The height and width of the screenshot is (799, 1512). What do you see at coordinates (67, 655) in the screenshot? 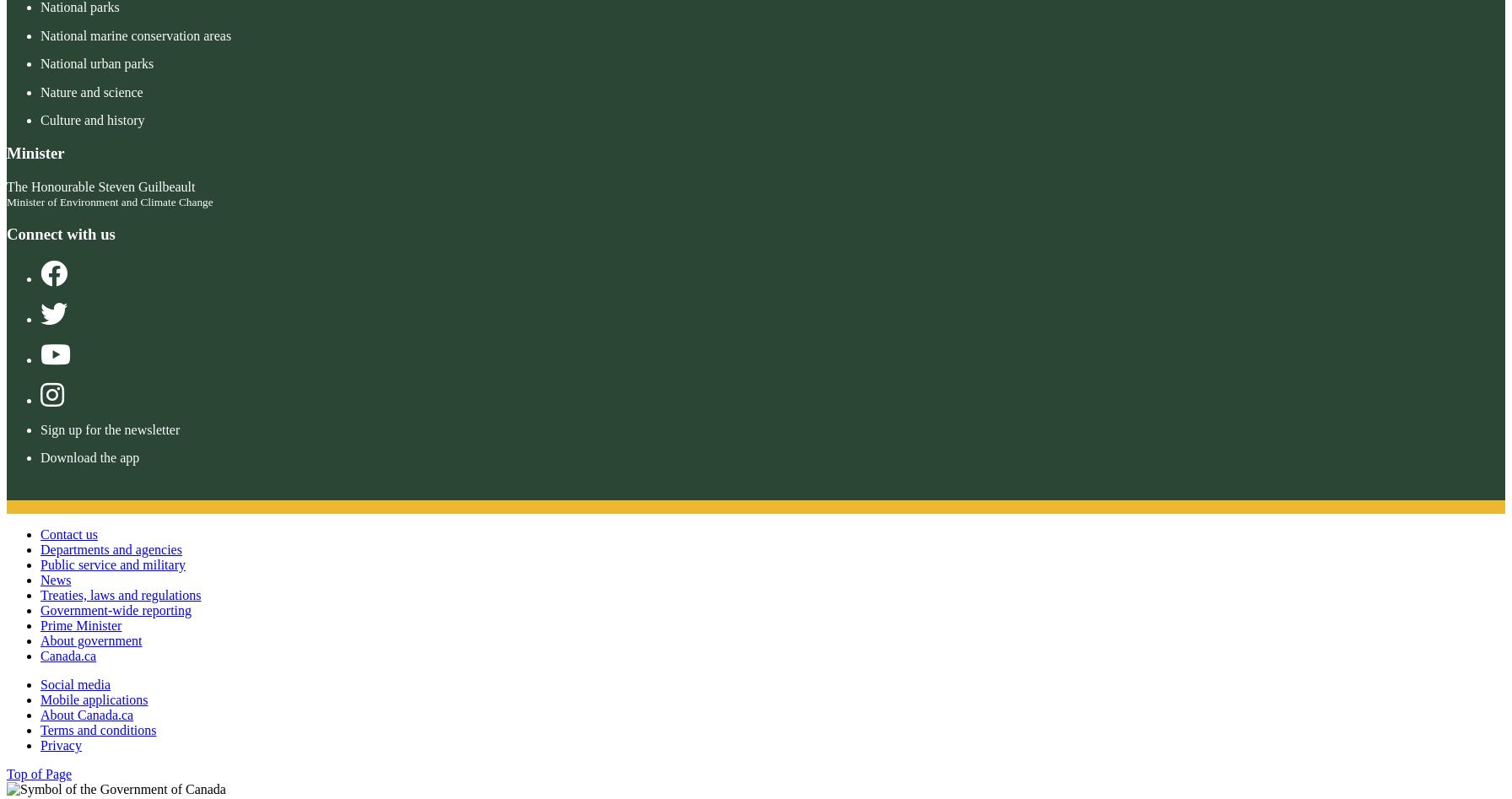
I see `'Canada.ca'` at bounding box center [67, 655].